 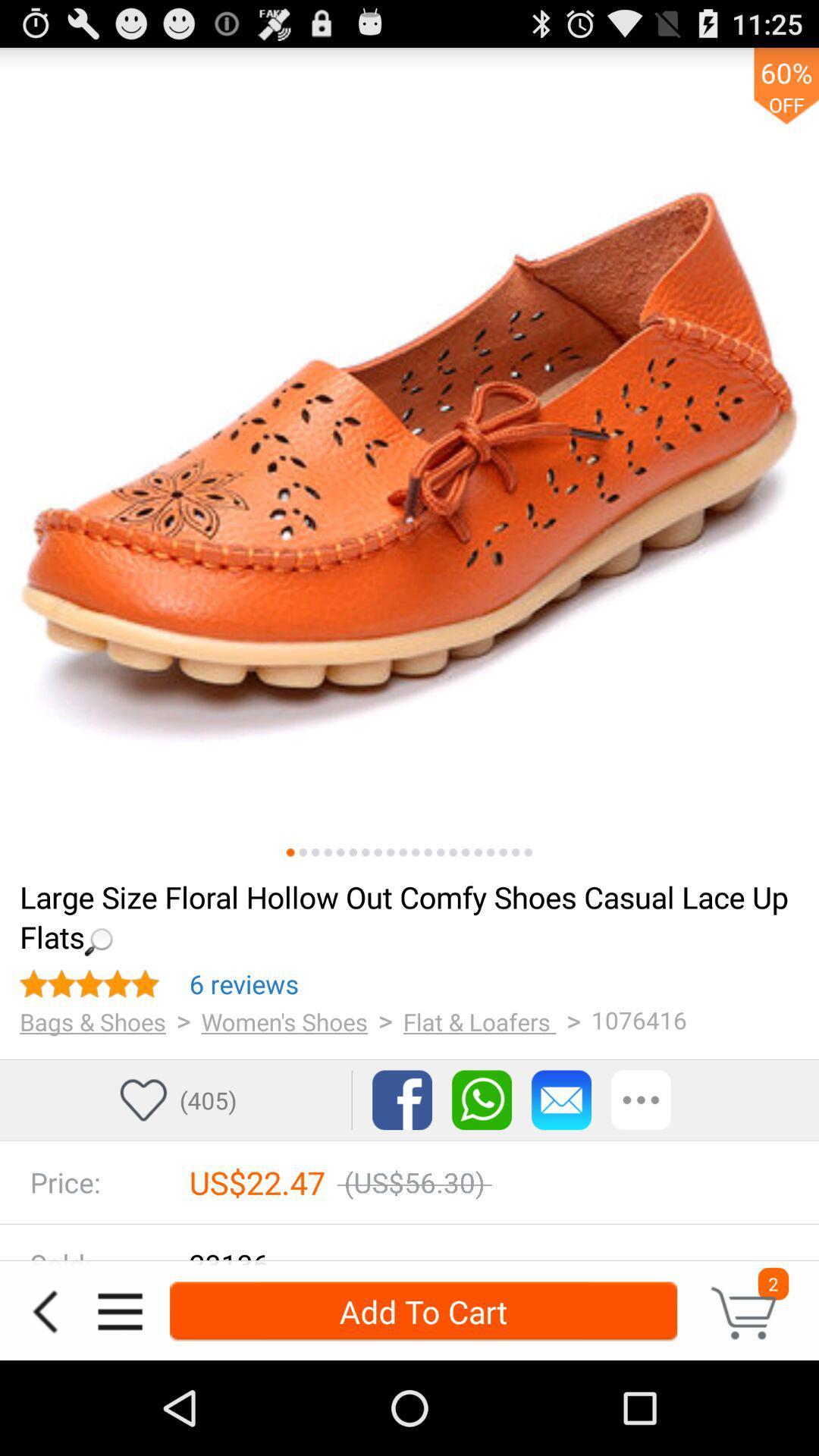 What do you see at coordinates (465, 852) in the screenshot?
I see `choose image to view` at bounding box center [465, 852].